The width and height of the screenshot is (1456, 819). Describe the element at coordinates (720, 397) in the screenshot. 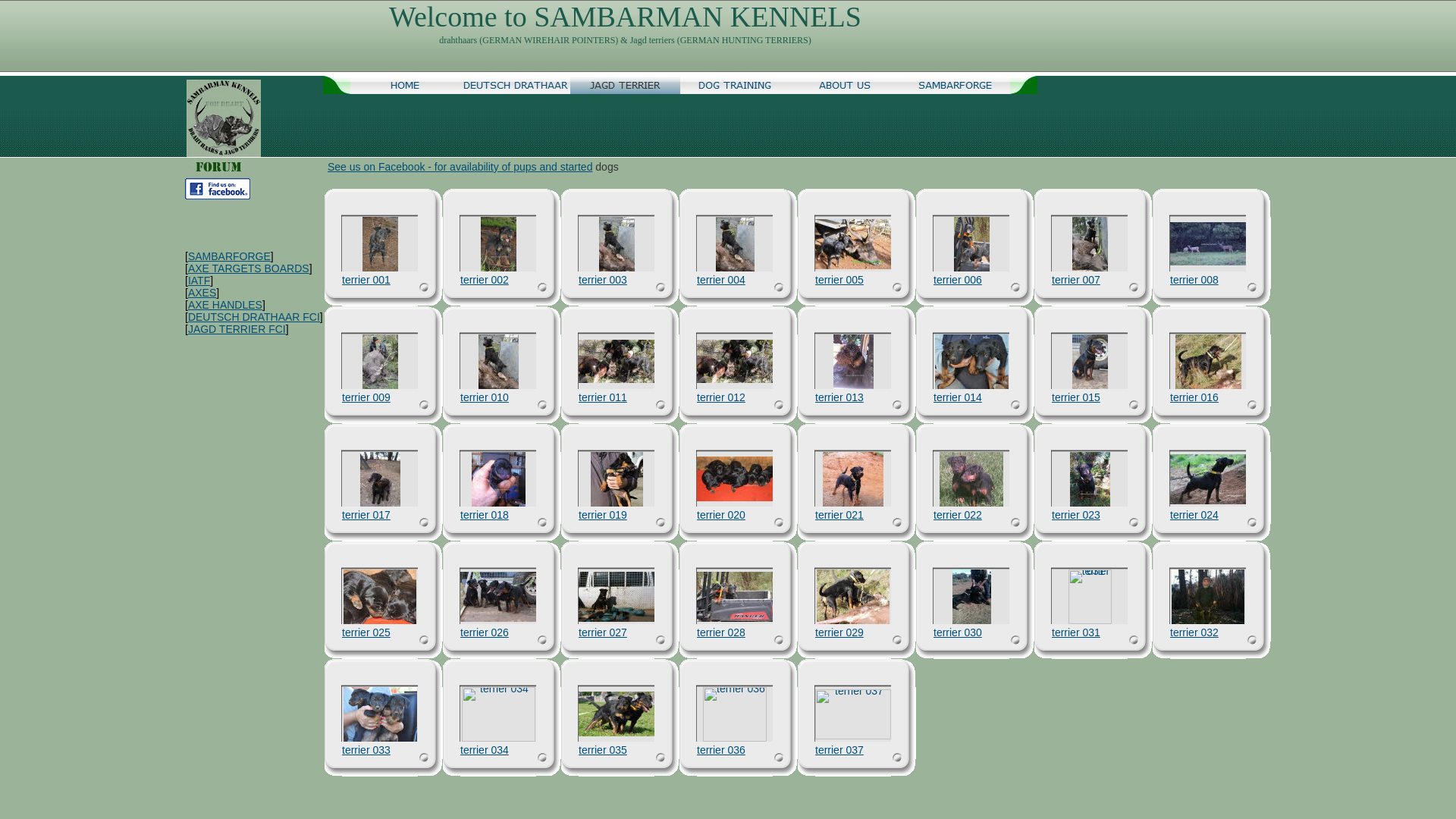

I see `'terrier 012'` at that location.